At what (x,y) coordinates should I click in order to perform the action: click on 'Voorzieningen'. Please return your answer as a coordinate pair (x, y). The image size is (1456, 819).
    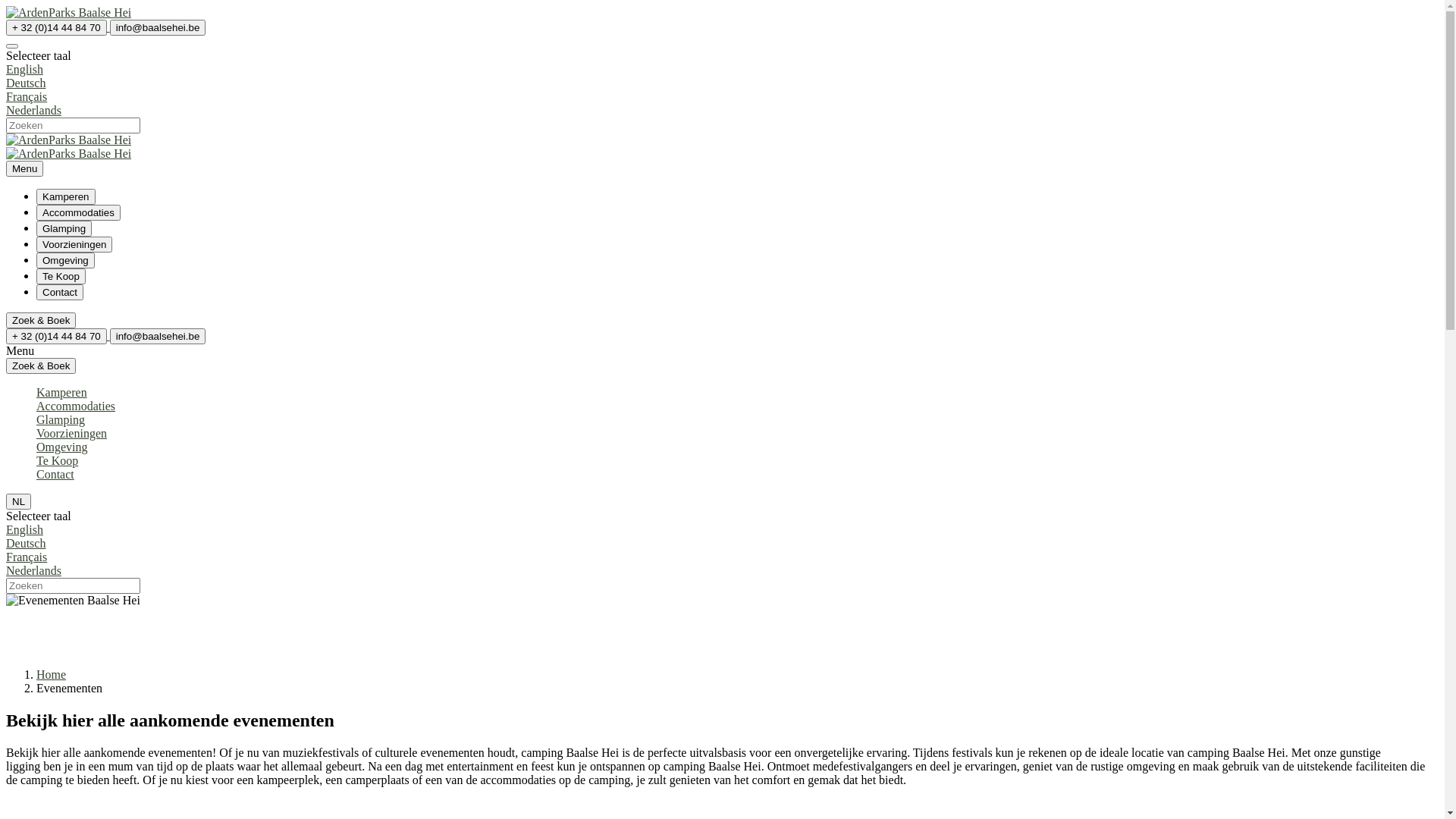
    Looking at the image, I should click on (73, 243).